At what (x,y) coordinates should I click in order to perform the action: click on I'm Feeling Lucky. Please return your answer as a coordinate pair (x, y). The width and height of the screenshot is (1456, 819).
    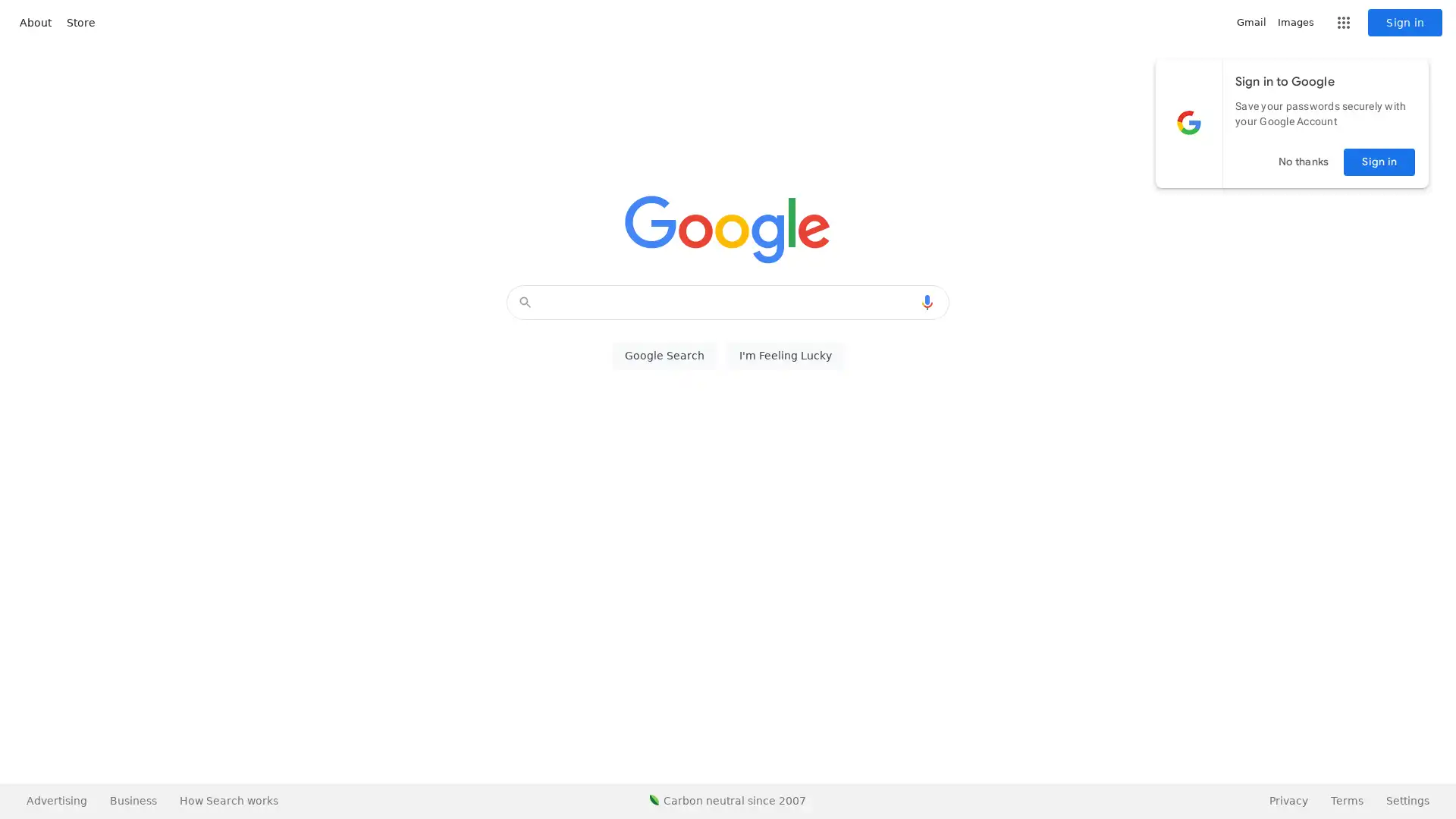
    Looking at the image, I should click on (785, 356).